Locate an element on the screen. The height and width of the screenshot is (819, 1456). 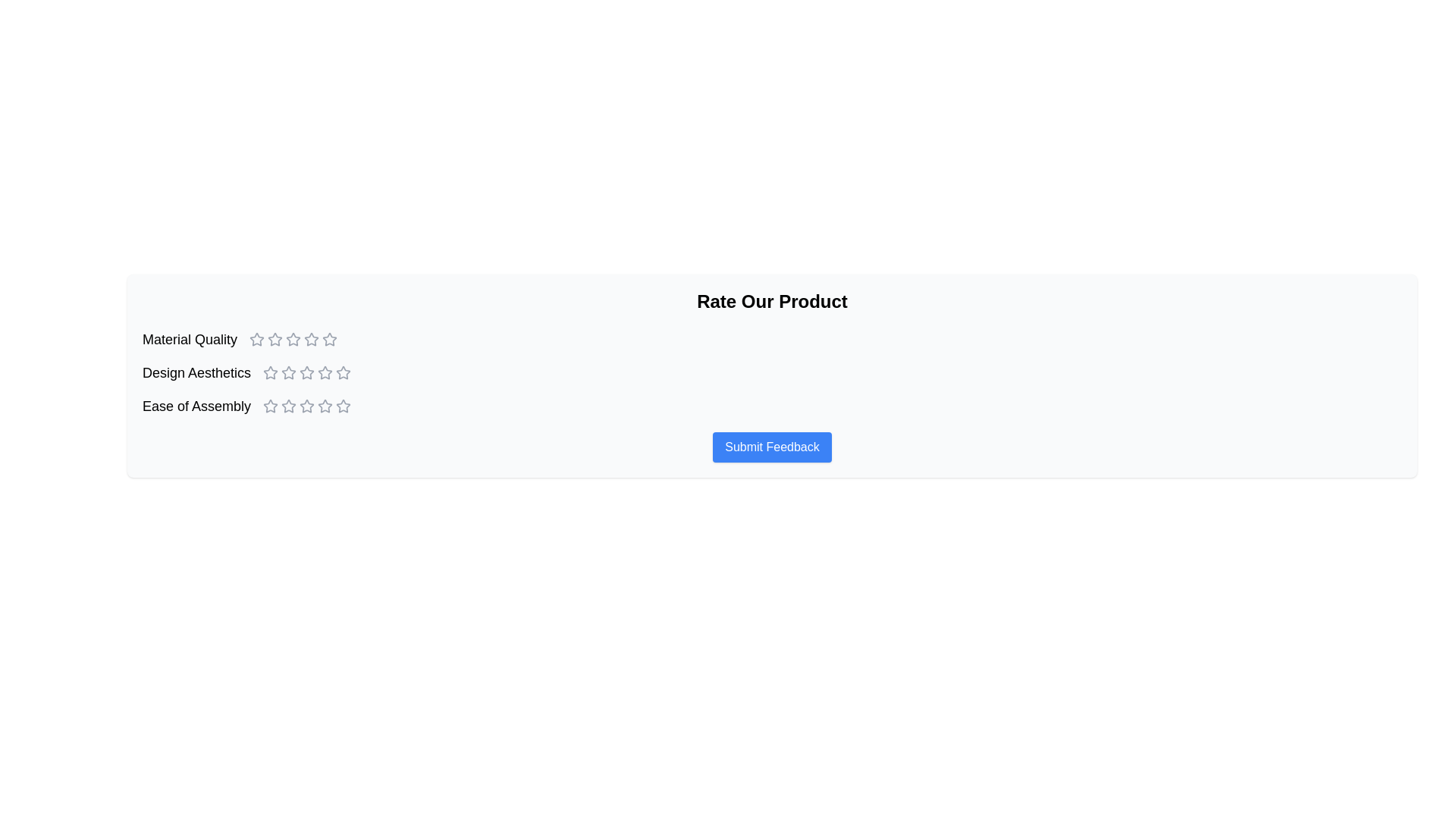
the text label displaying 'Ease of Assembly', which is positioned below 'Material Quality' and 'Design Aesthetics' in the feedback form is located at coordinates (196, 406).